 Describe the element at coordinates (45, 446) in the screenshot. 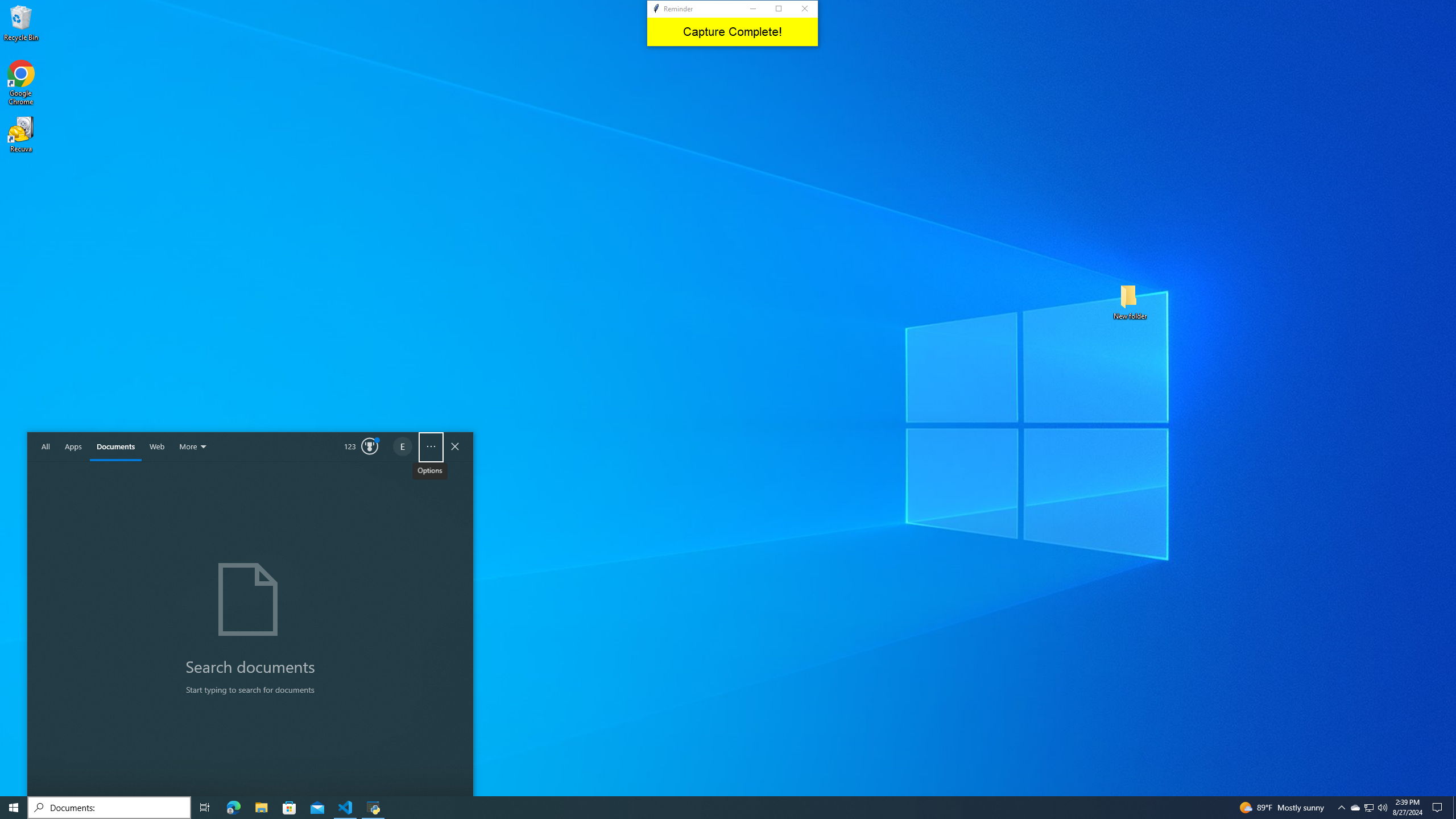

I see `'All'` at that location.